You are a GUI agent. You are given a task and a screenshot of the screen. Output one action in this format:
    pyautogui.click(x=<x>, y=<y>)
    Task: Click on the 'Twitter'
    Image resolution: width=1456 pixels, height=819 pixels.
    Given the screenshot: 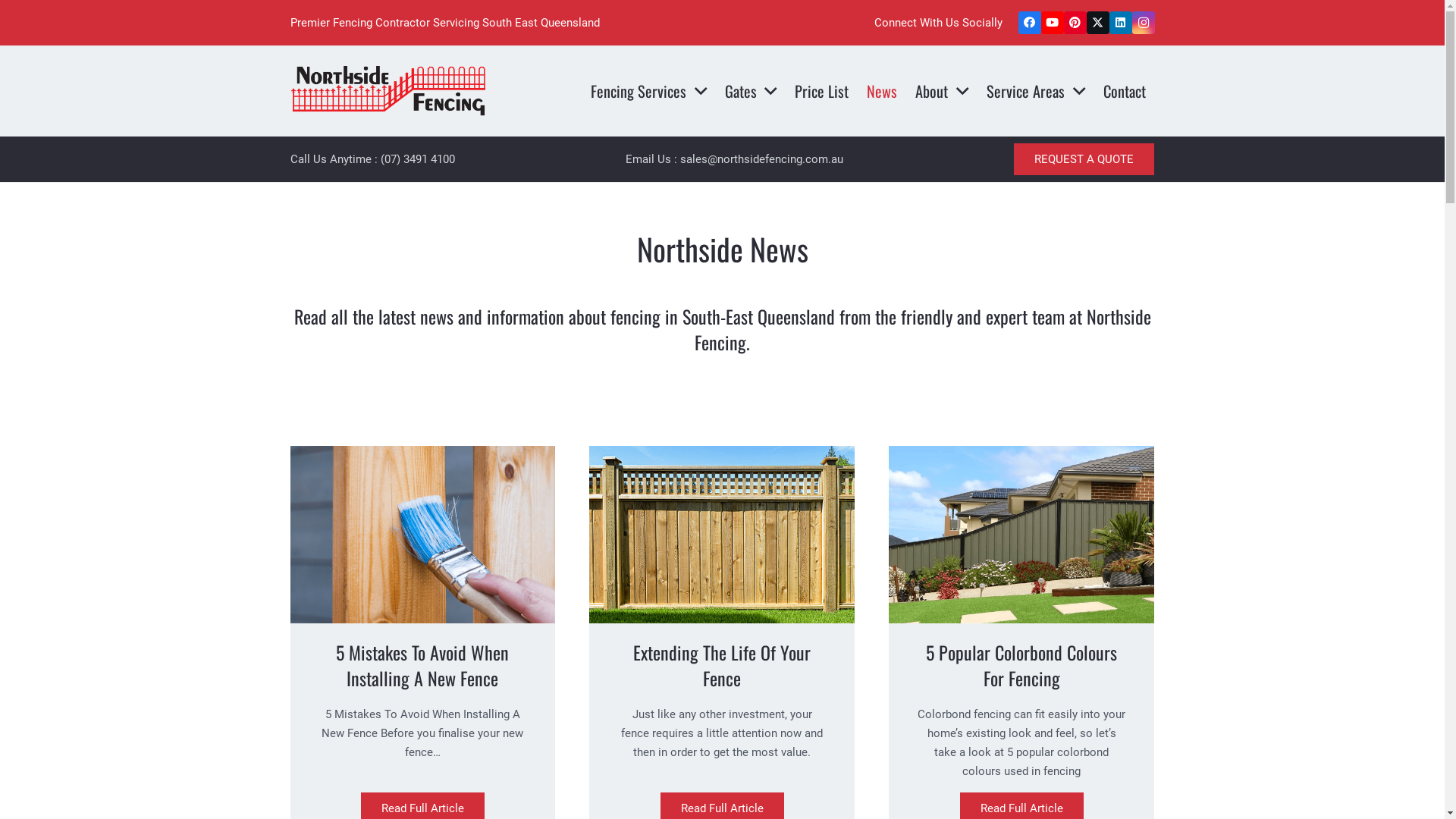 What is the action you would take?
    pyautogui.click(x=1097, y=23)
    